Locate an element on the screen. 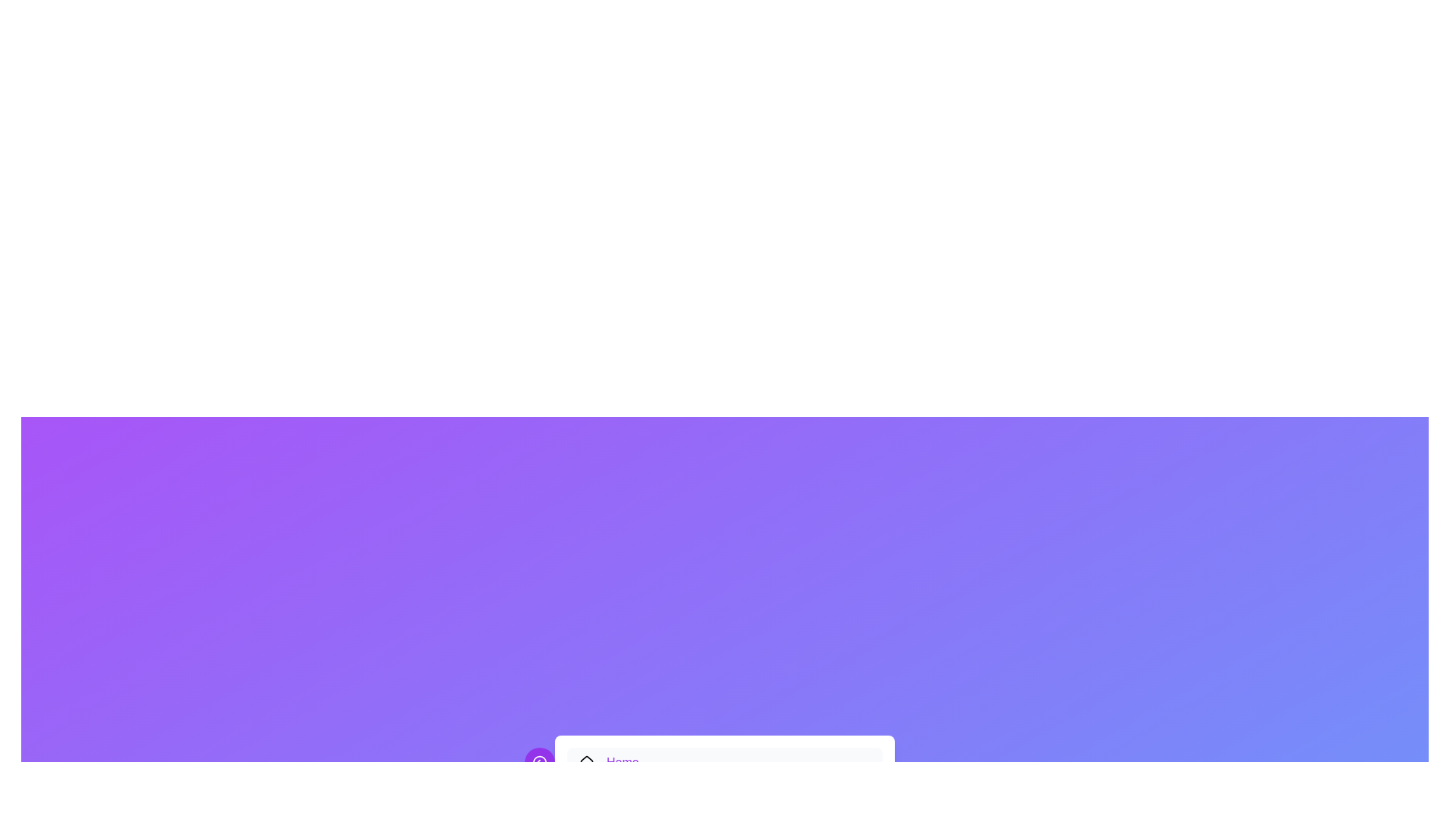 This screenshot has width=1456, height=819. the menu item labeled Home by clicking on it is located at coordinates (723, 763).